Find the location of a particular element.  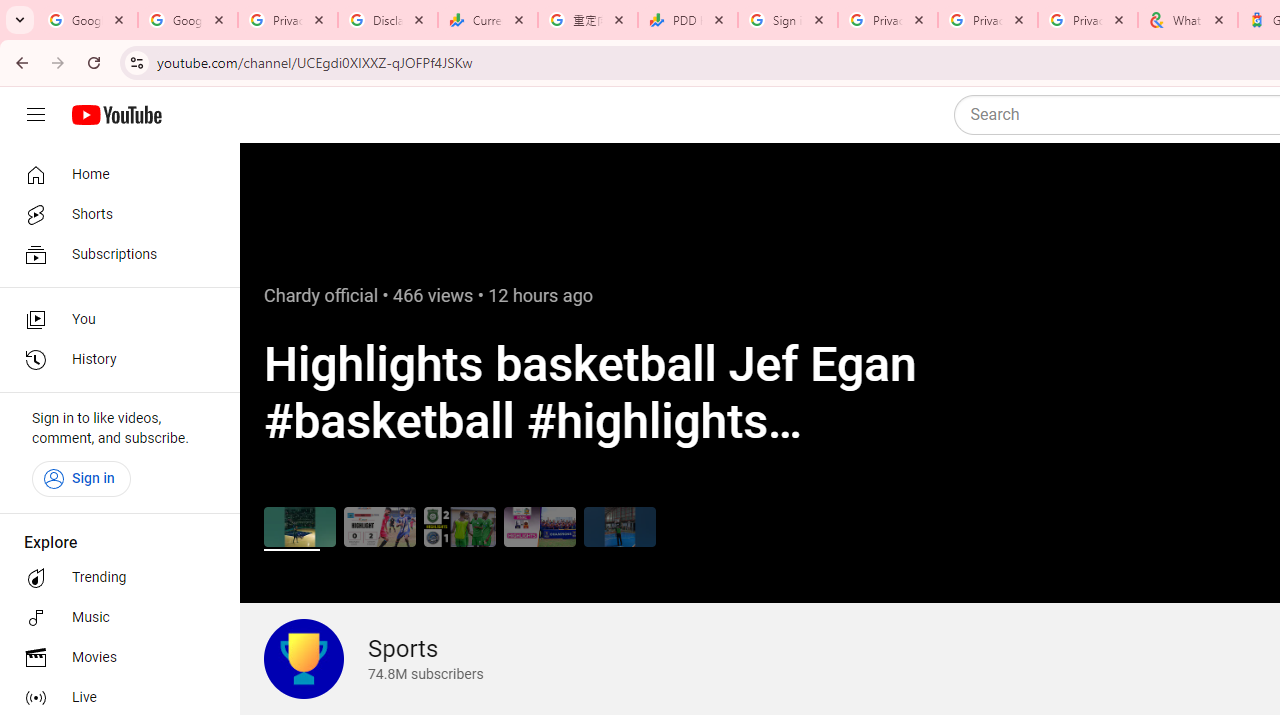

'Privacy Checkup' is located at coordinates (1087, 20).